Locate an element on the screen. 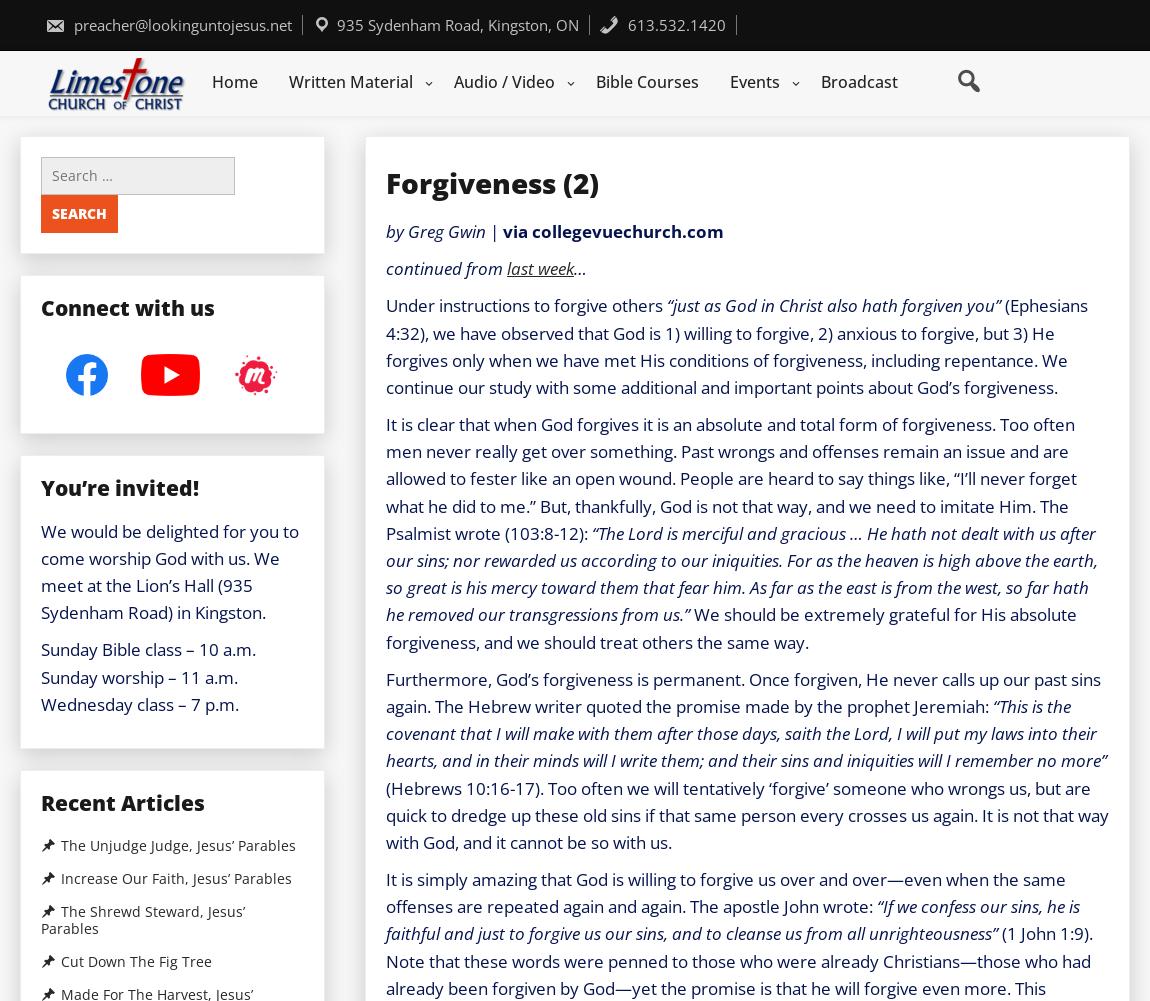 Image resolution: width=1150 pixels, height=1001 pixels. 'all unrighteousness”' is located at coordinates (922, 932).